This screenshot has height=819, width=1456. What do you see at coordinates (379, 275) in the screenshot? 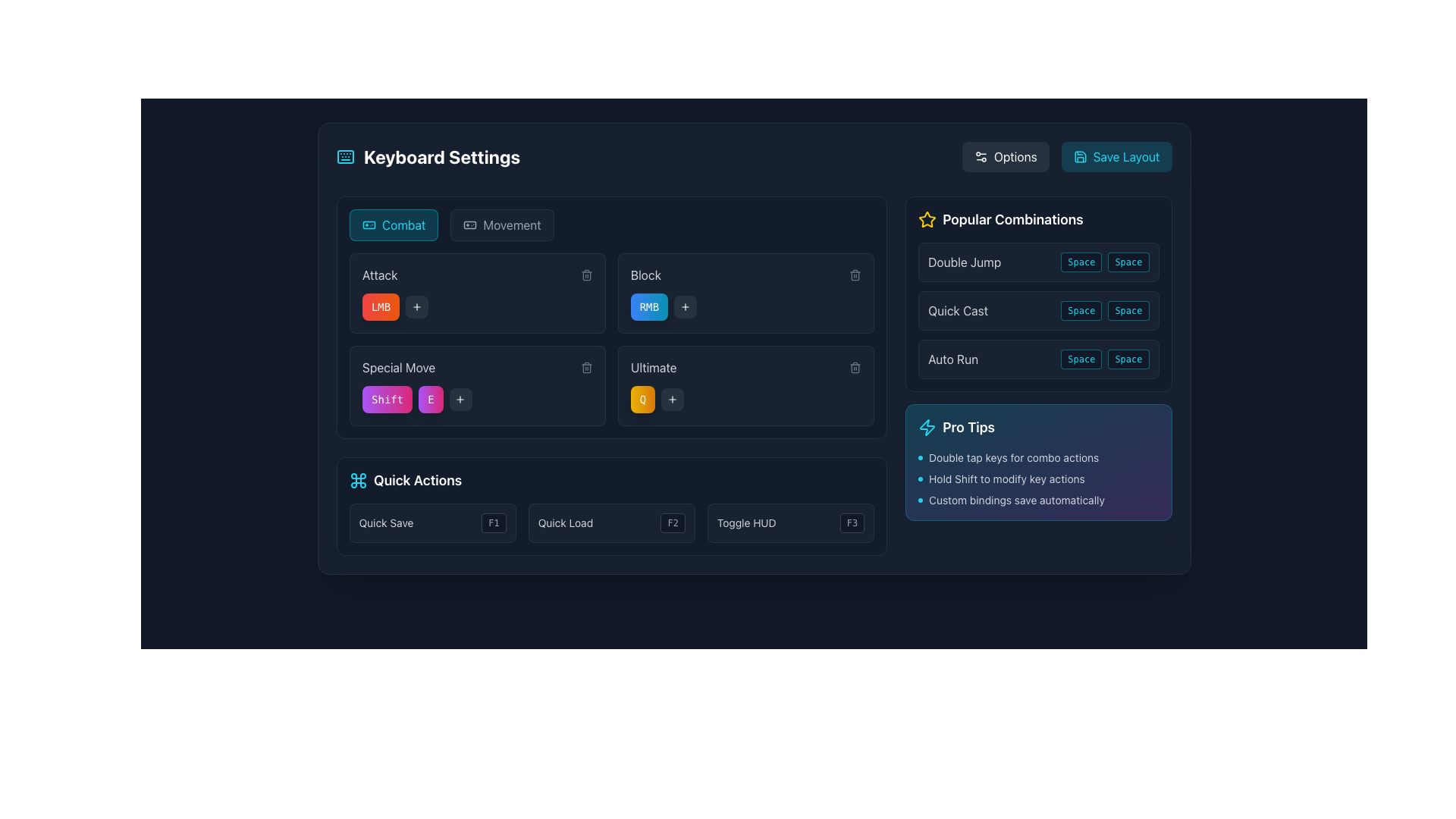
I see `the 'Attack' static text label, which is prominently displayed in gray within the 'Combat' section of the 'Keyboard Settings' interface` at bounding box center [379, 275].